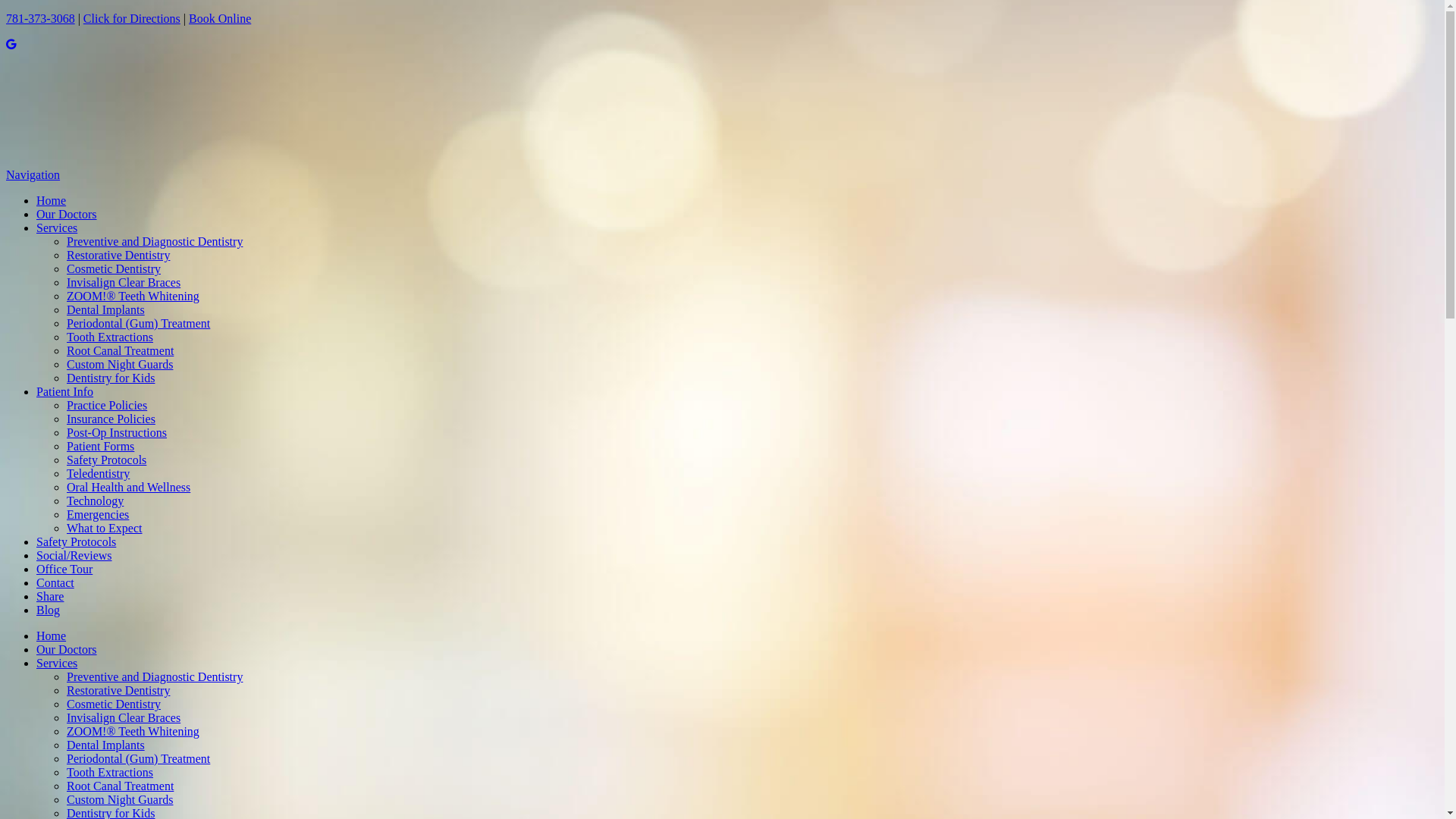 The image size is (1456, 819). I want to click on 'Periodontal (Gum) Treatment', so click(138, 758).